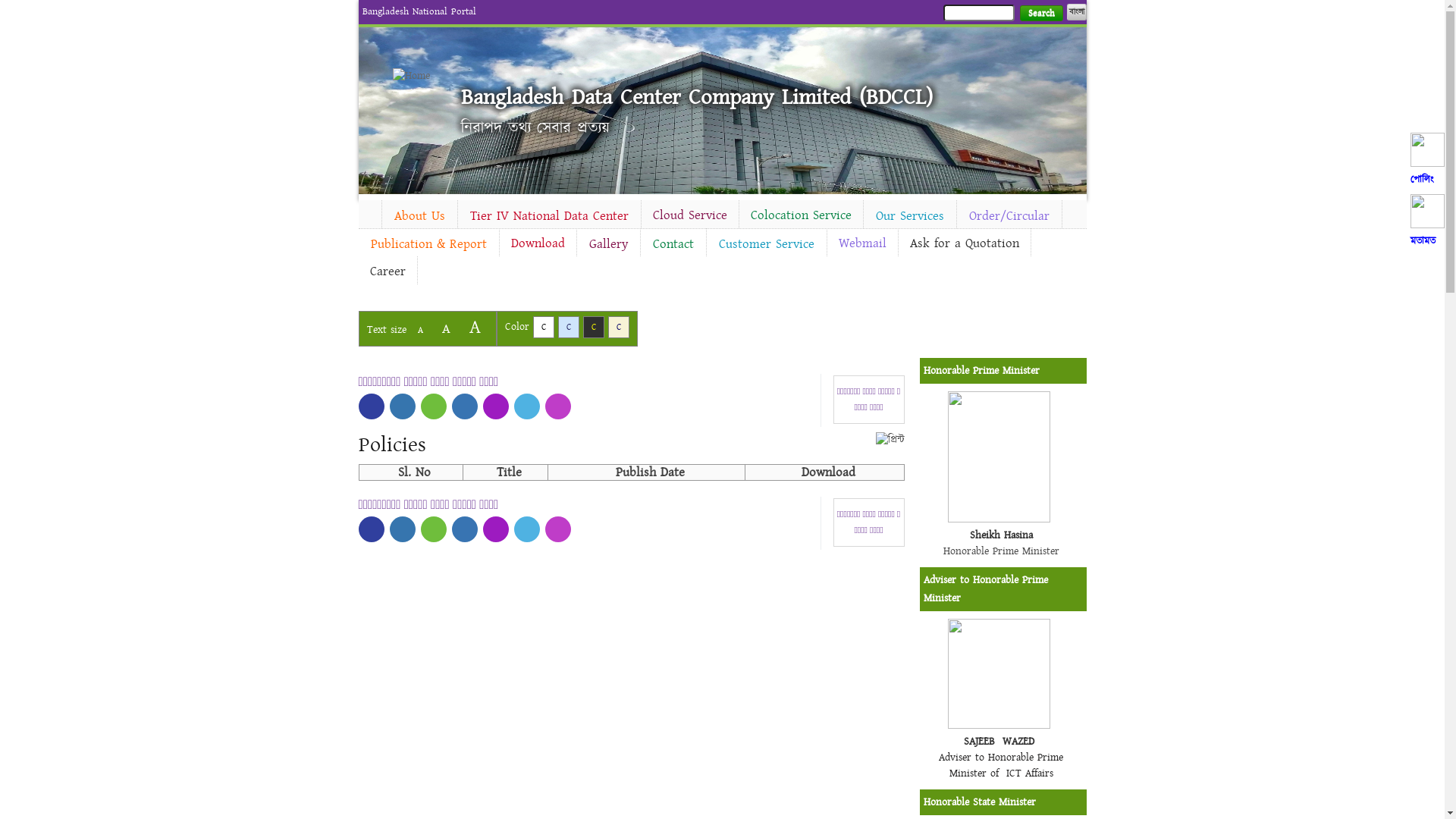 The height and width of the screenshot is (819, 1456). Describe the element at coordinates (498, 242) in the screenshot. I see `'Download'` at that location.